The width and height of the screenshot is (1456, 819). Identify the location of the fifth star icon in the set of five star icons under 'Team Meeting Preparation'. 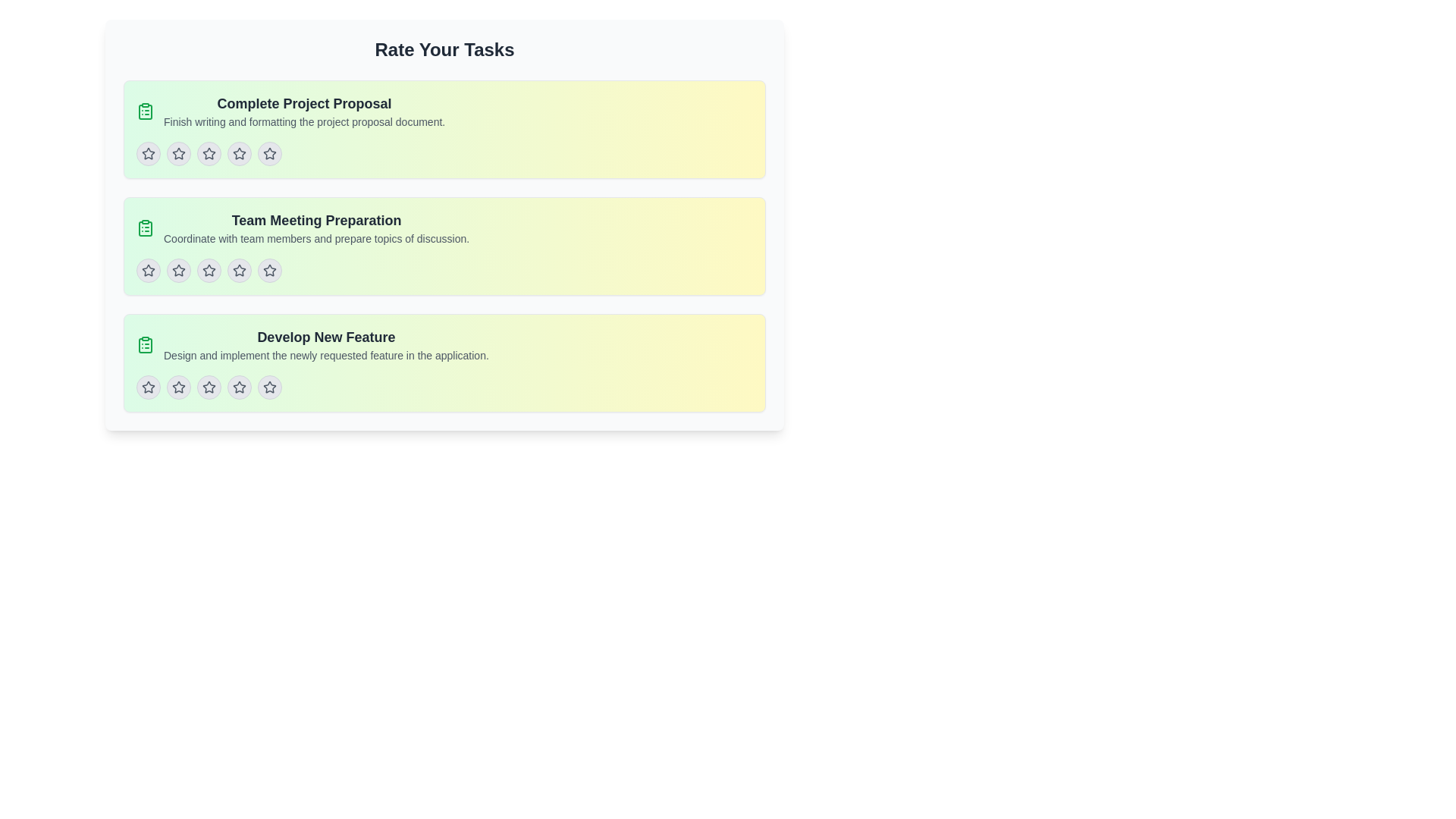
(269, 269).